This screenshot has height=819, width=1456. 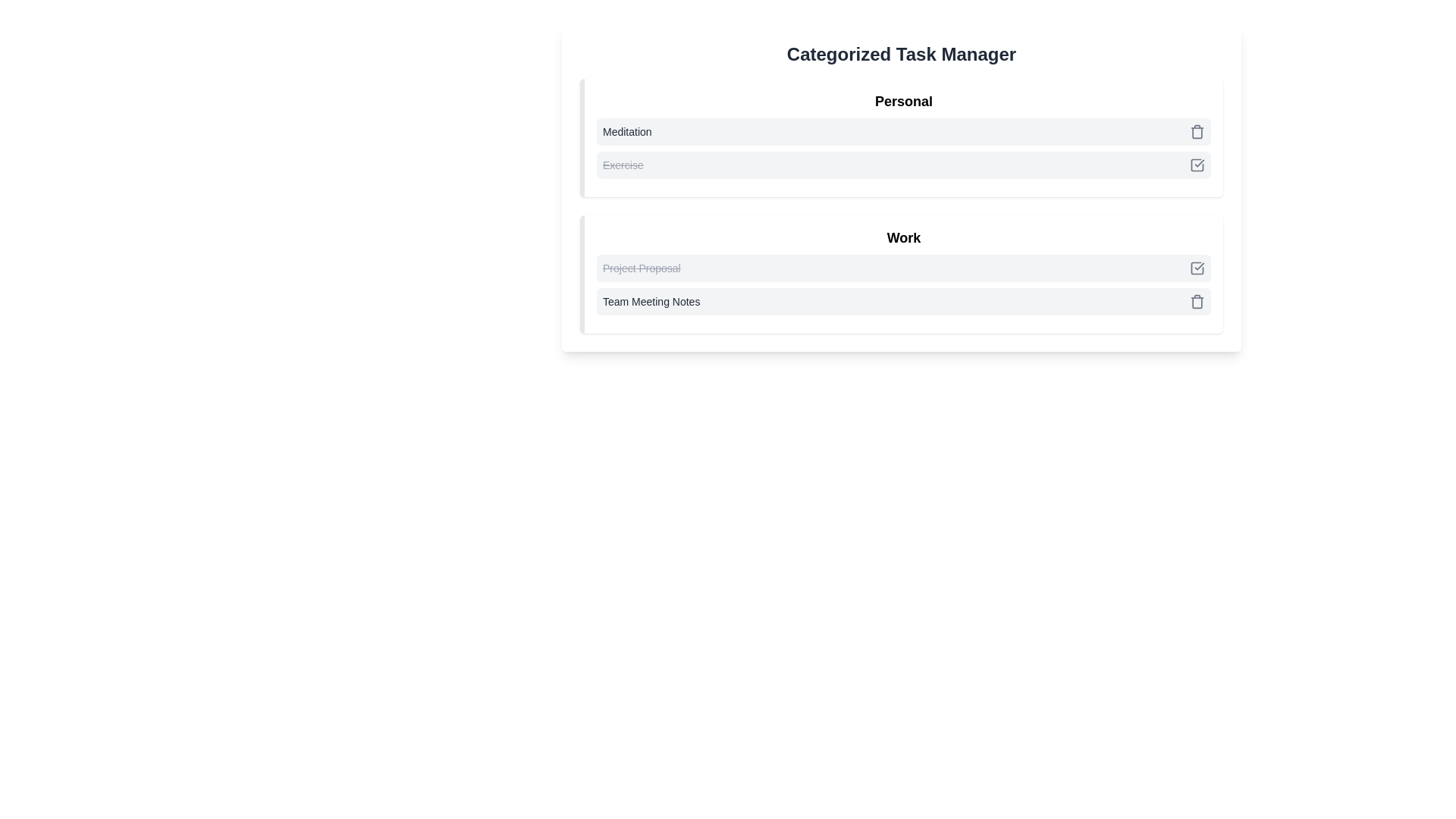 What do you see at coordinates (902, 137) in the screenshot?
I see `the 'Personal' section header` at bounding box center [902, 137].